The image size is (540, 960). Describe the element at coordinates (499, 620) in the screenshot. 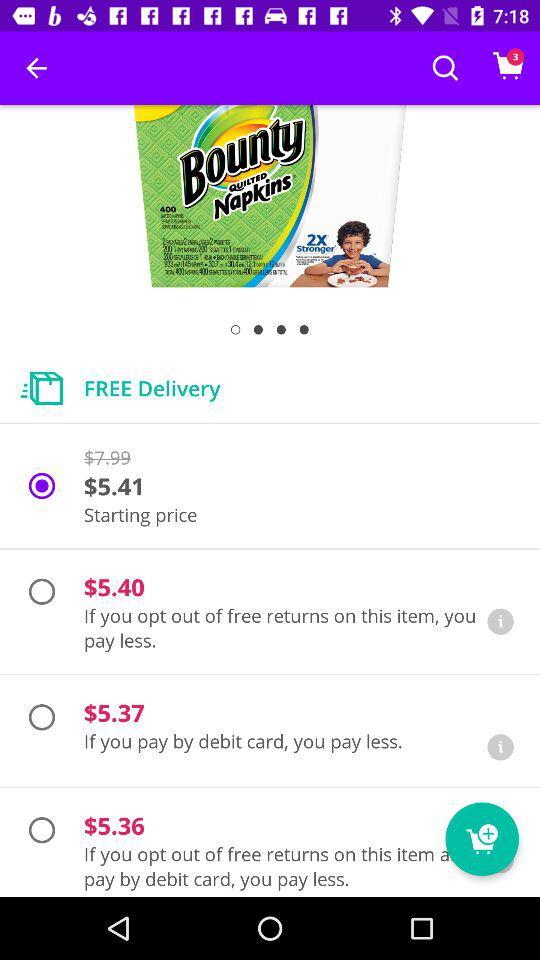

I see `additional note available button` at that location.